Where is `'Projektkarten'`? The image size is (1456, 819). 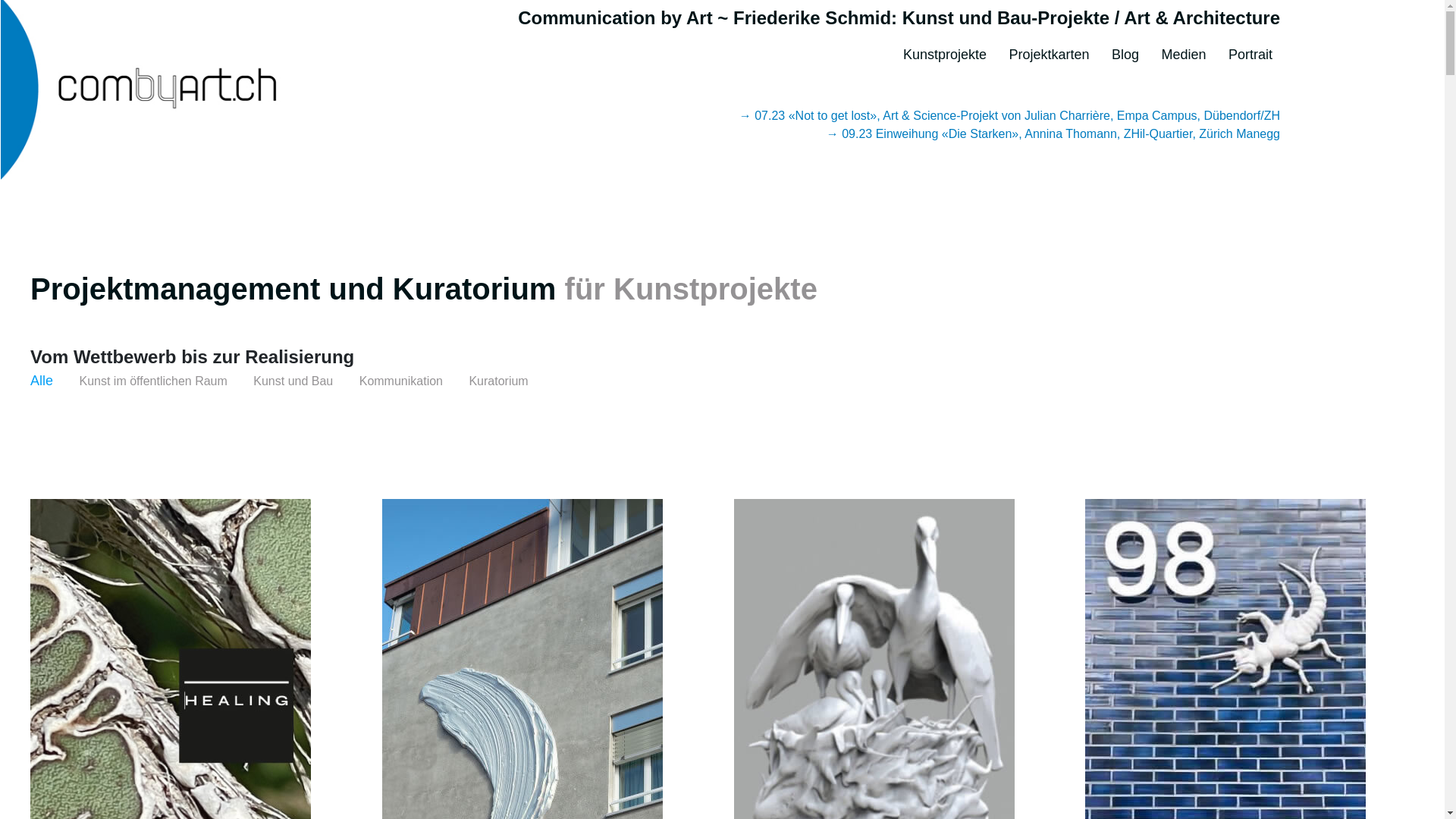
'Projektkarten' is located at coordinates (1047, 49).